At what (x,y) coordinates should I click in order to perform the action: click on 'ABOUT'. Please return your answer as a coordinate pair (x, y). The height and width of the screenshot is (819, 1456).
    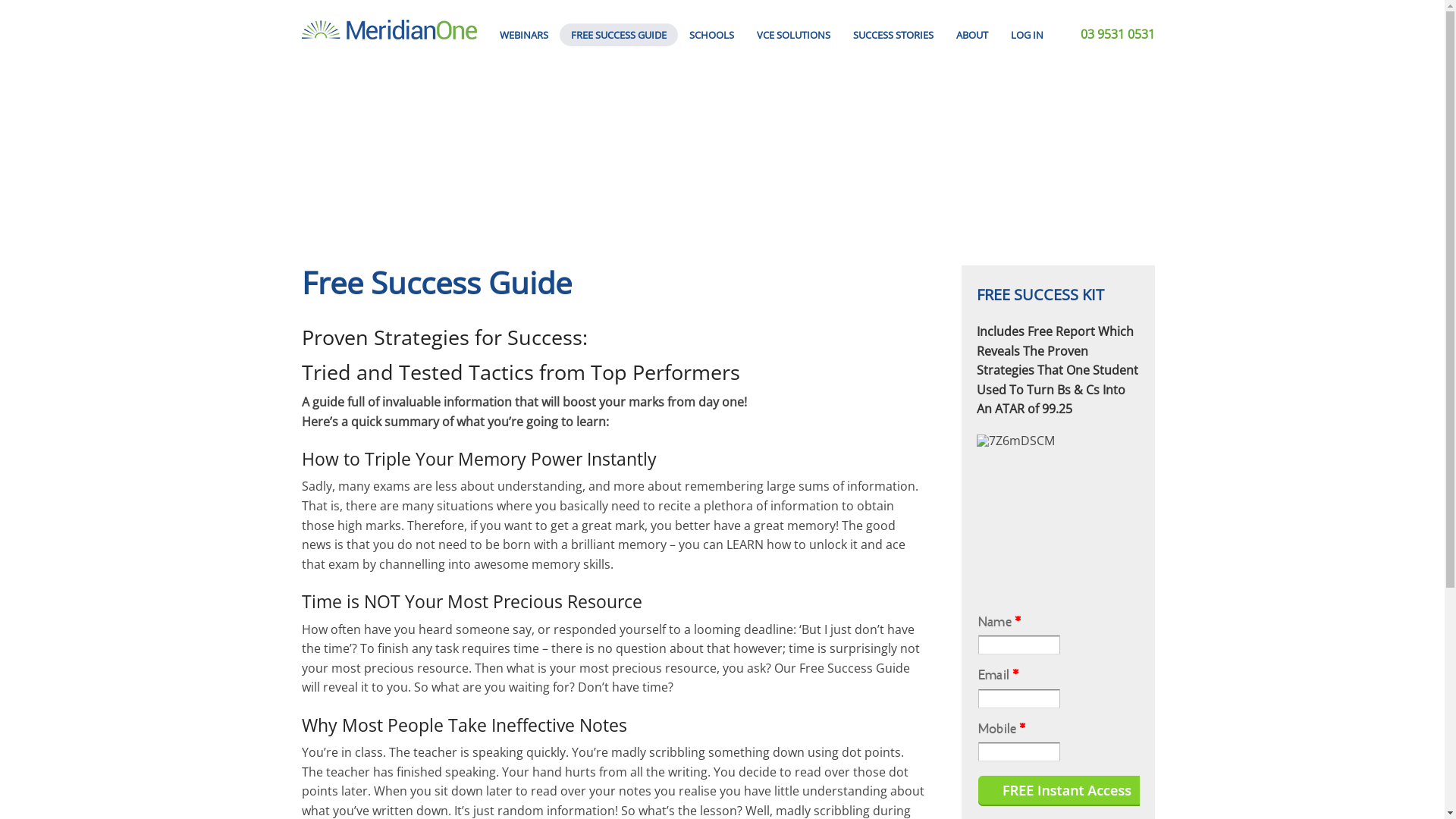
    Looking at the image, I should click on (971, 34).